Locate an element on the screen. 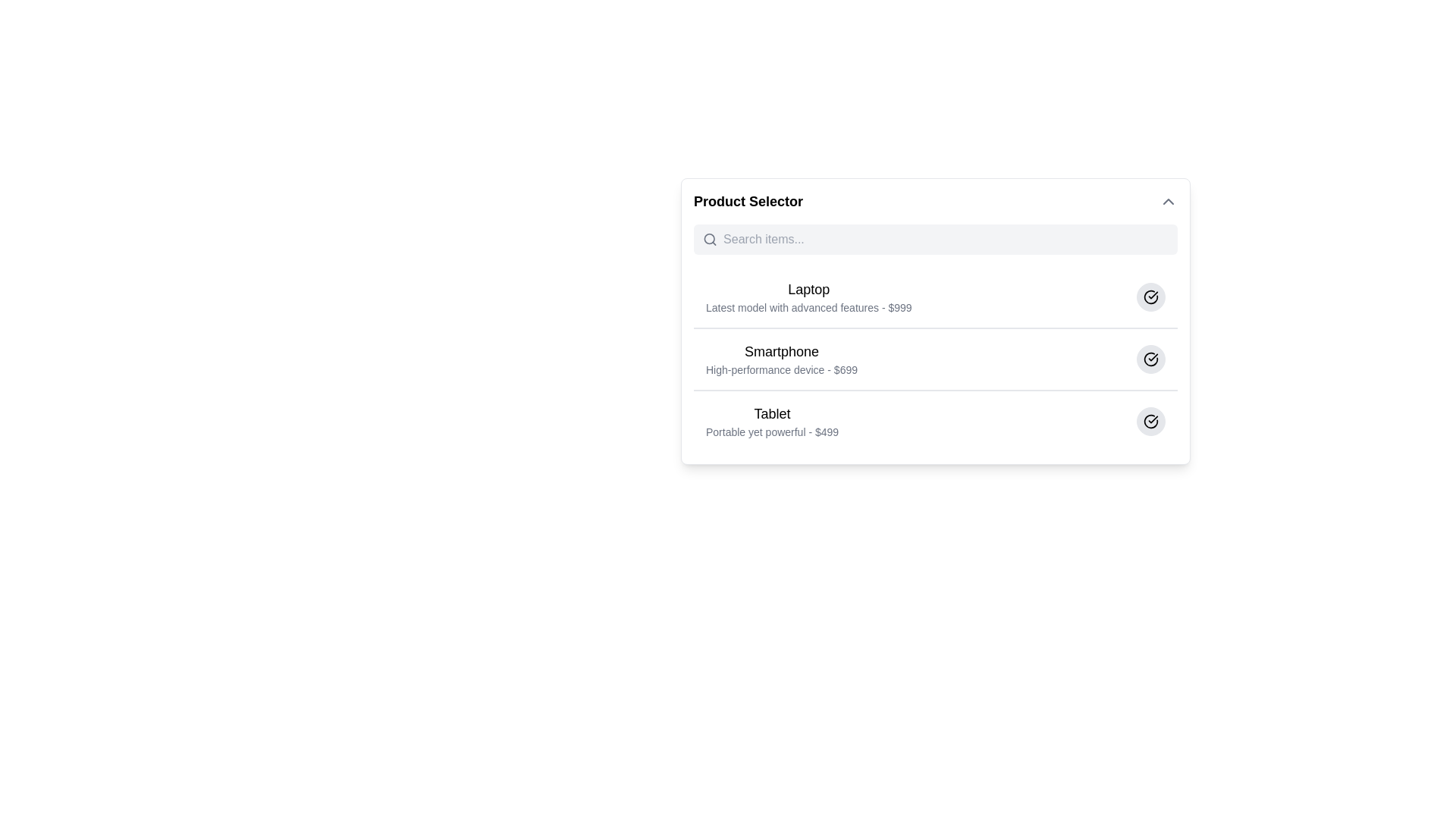 This screenshot has height=819, width=1456. the upward-pointing gray arrow icon located at the top-right corner of the 'Product Selector' component is located at coordinates (1167, 201).